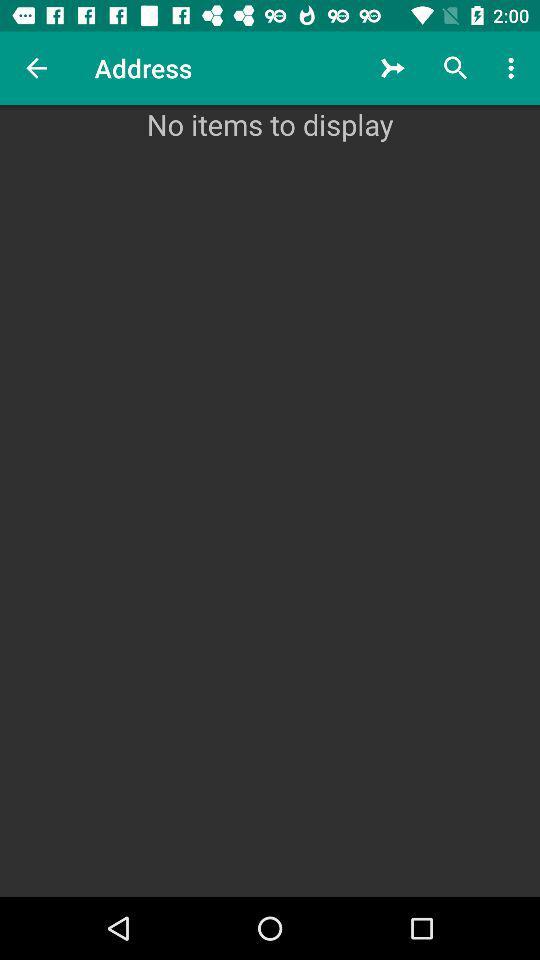 The width and height of the screenshot is (540, 960). Describe the element at coordinates (393, 68) in the screenshot. I see `the item above no items to item` at that location.